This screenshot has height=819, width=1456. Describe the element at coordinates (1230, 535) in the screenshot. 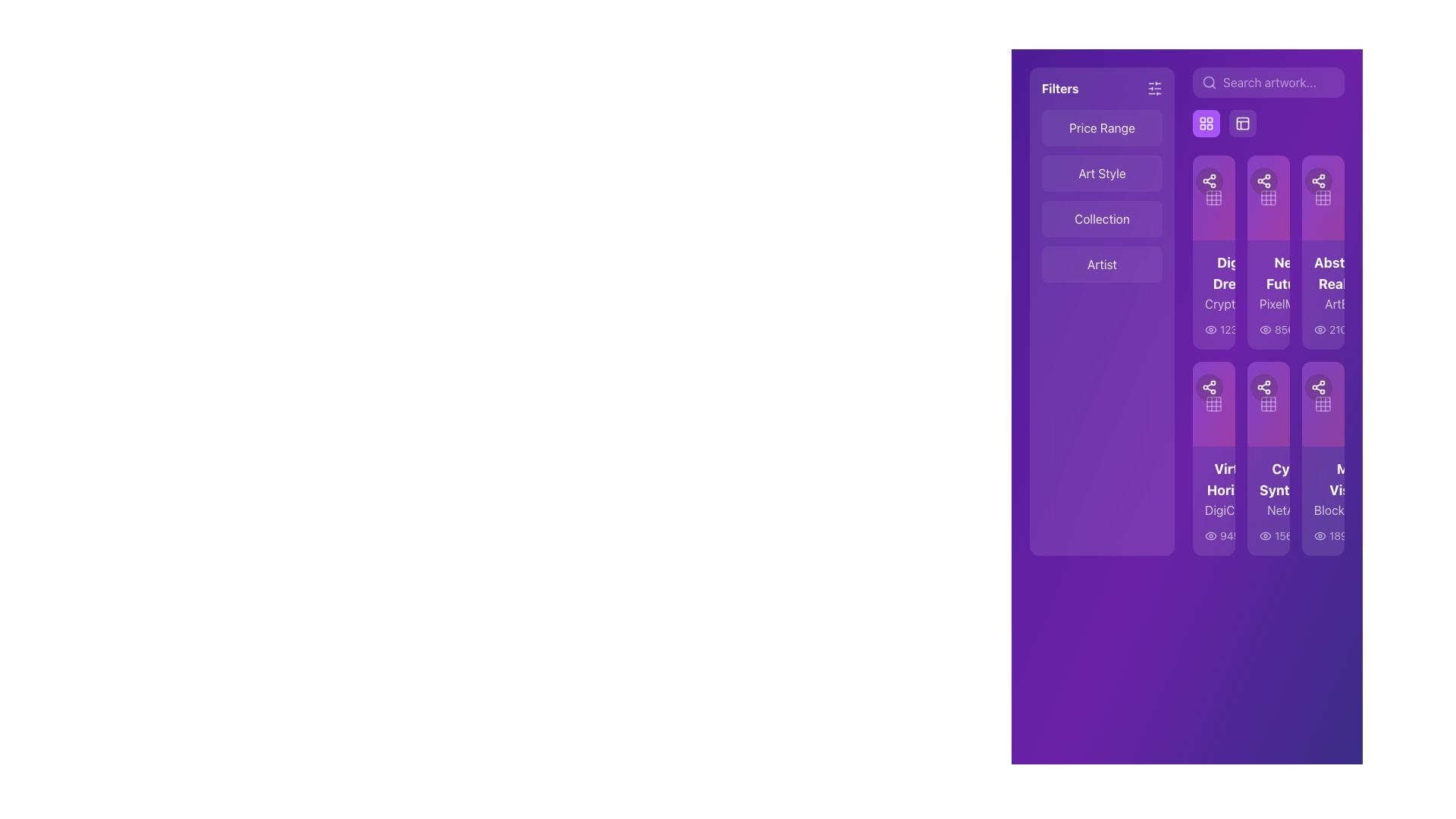

I see `the static text label displaying the numeric information '945' styled in white on a purple background, located to the right of an eye icon within the 'Virtual Horizons DigiCity' card` at that location.